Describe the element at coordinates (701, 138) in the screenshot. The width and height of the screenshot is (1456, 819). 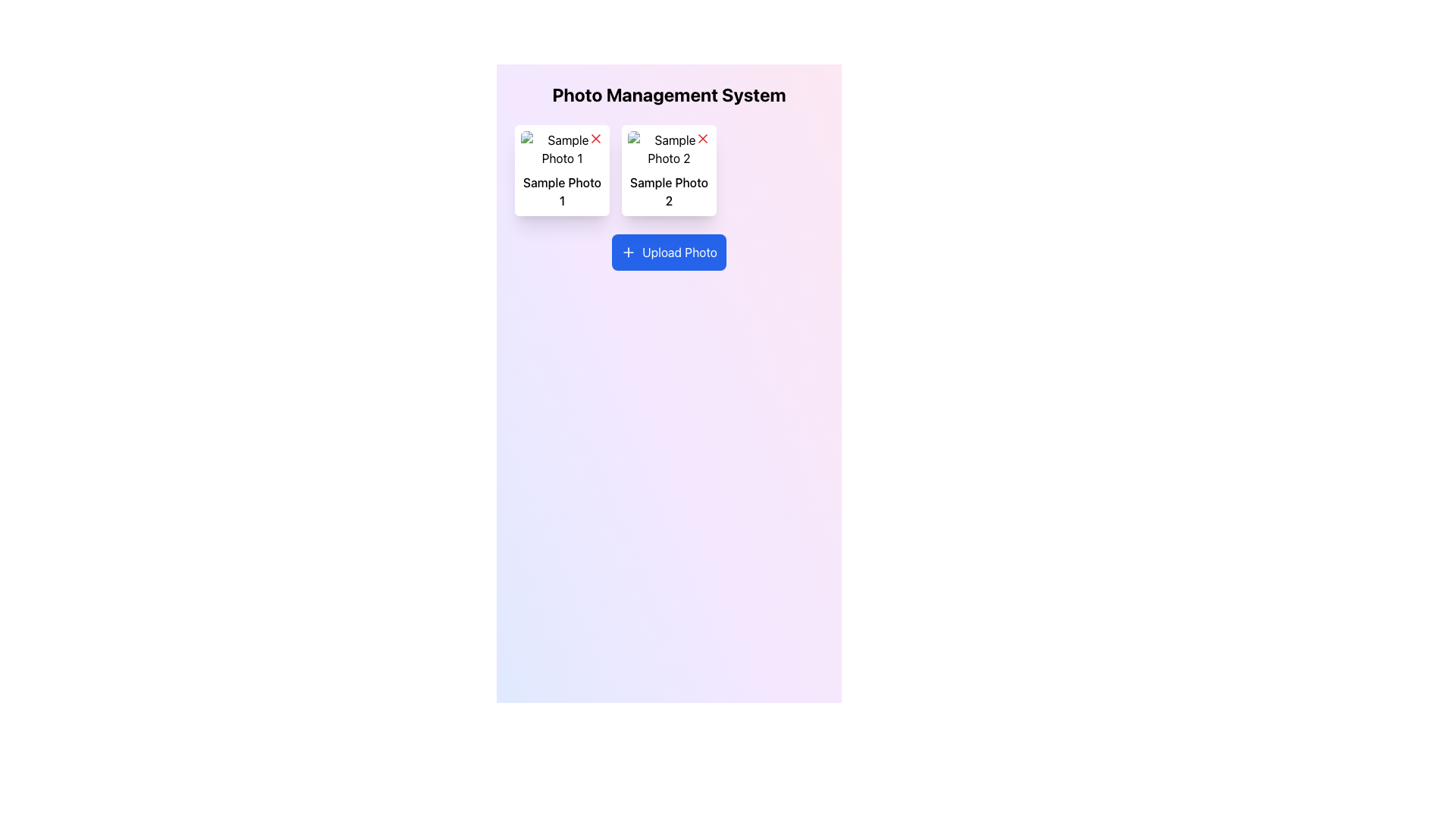
I see `the delete button located in the upper-right corner of the card containing 'Sample Photo 2' to change its color` at that location.